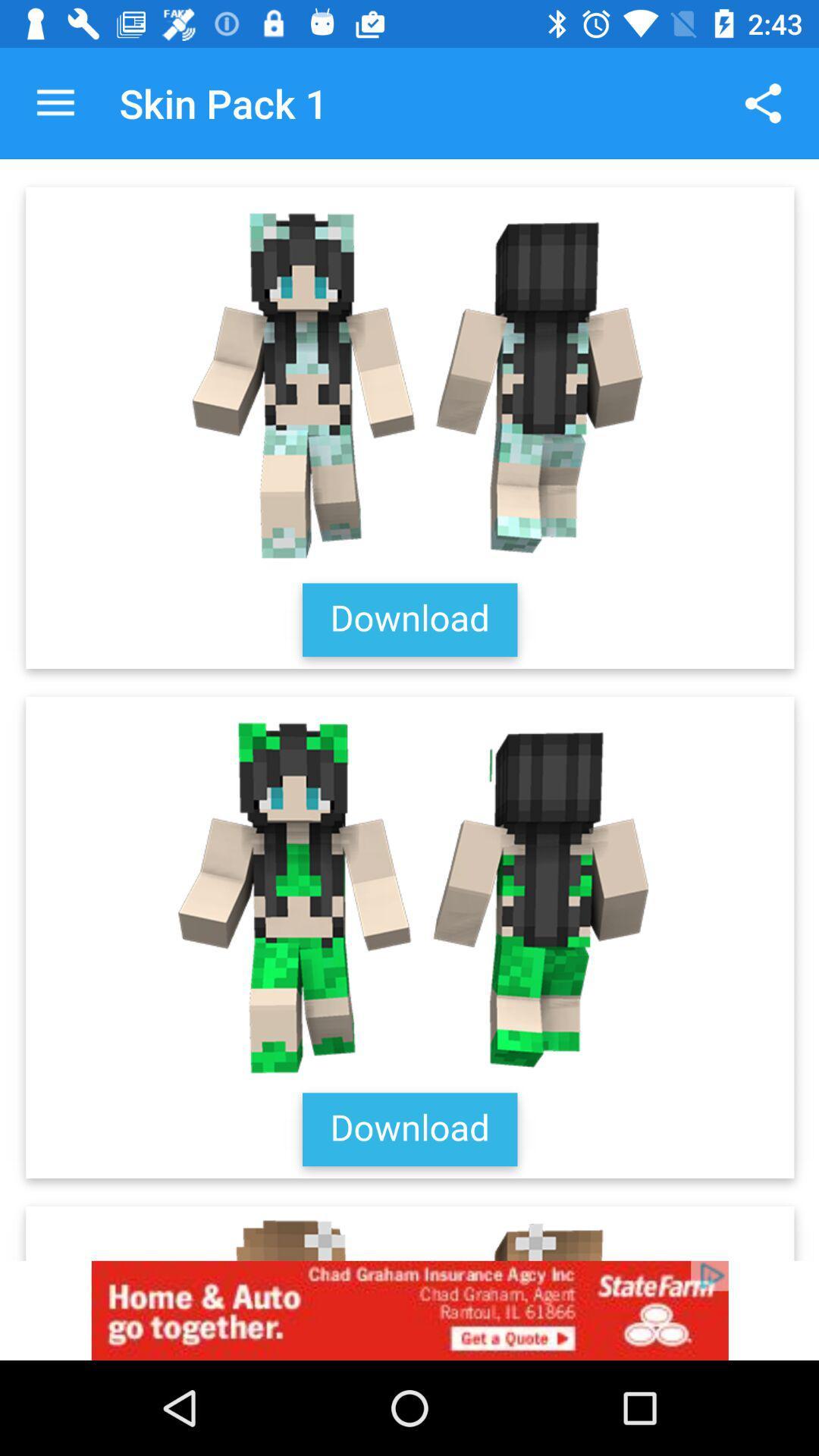 This screenshot has width=819, height=1456. What do you see at coordinates (409, 709) in the screenshot?
I see `download skin pack` at bounding box center [409, 709].